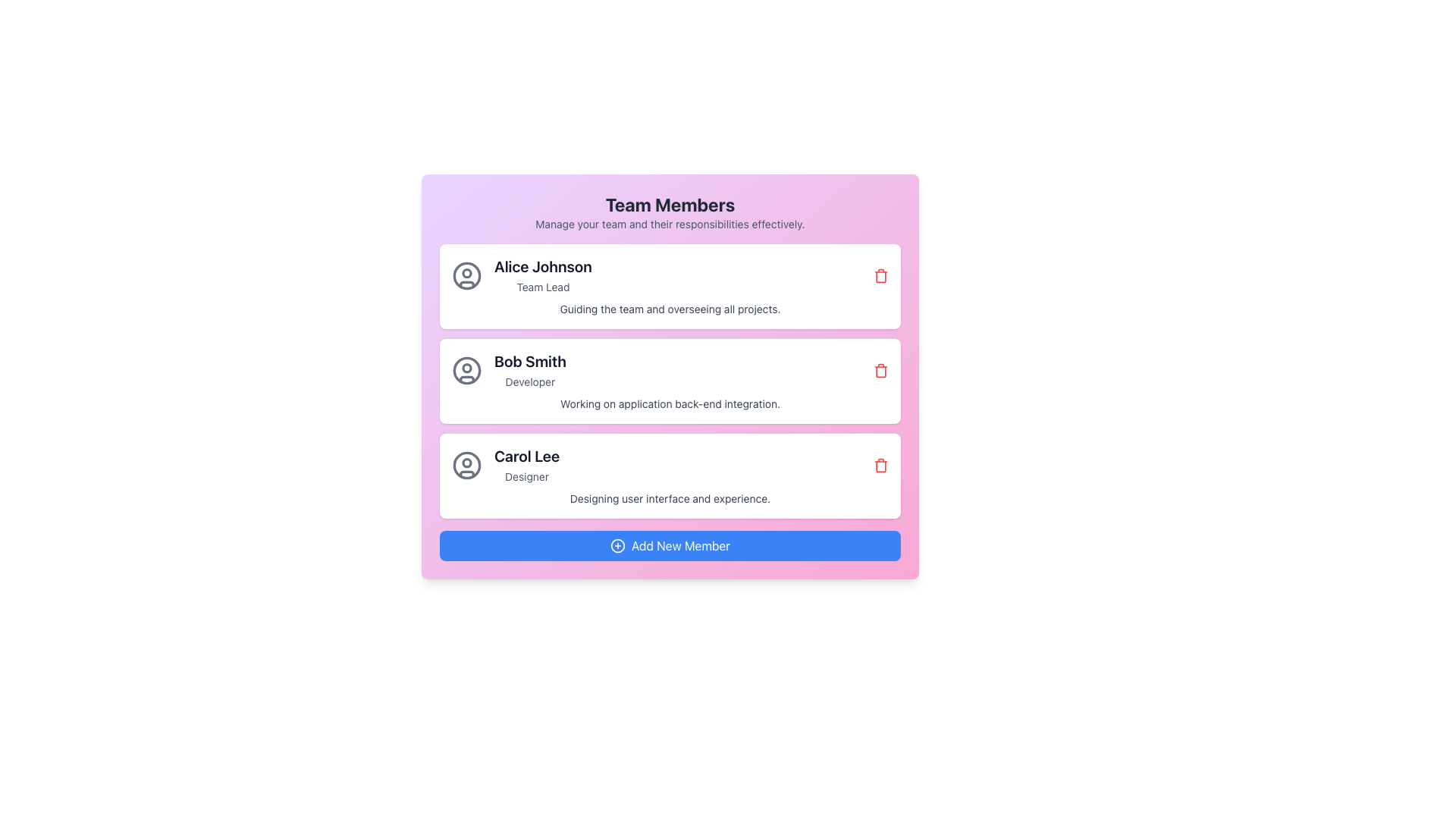 This screenshot has width=1456, height=819. What do you see at coordinates (527, 464) in the screenshot?
I see `name 'Carol Lee' and title 'Designer' displayed in the text label pair, which is the third entry under the 'Team Members' heading` at bounding box center [527, 464].